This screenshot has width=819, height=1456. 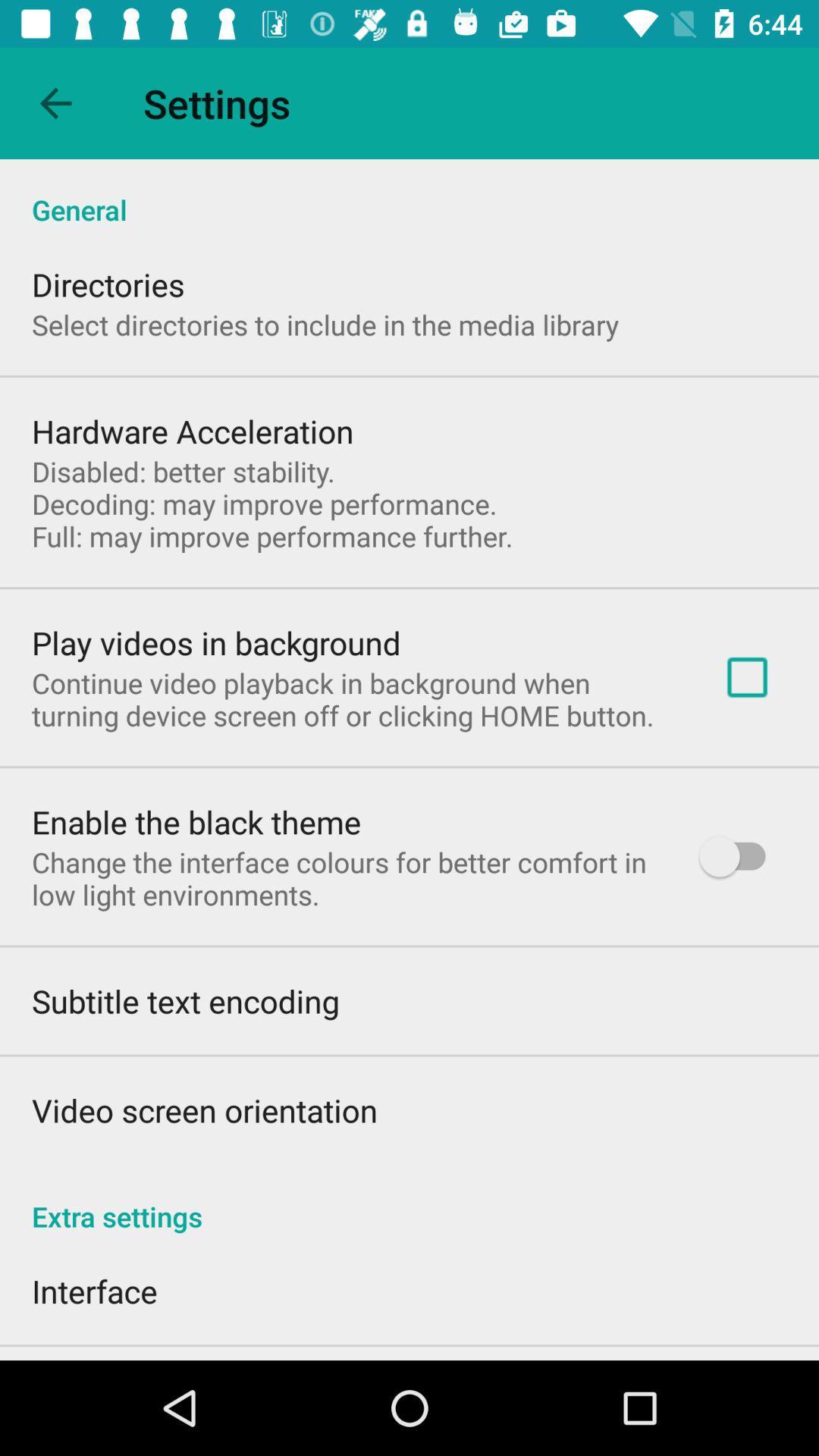 I want to click on item to the left of the settings app, so click(x=55, y=102).